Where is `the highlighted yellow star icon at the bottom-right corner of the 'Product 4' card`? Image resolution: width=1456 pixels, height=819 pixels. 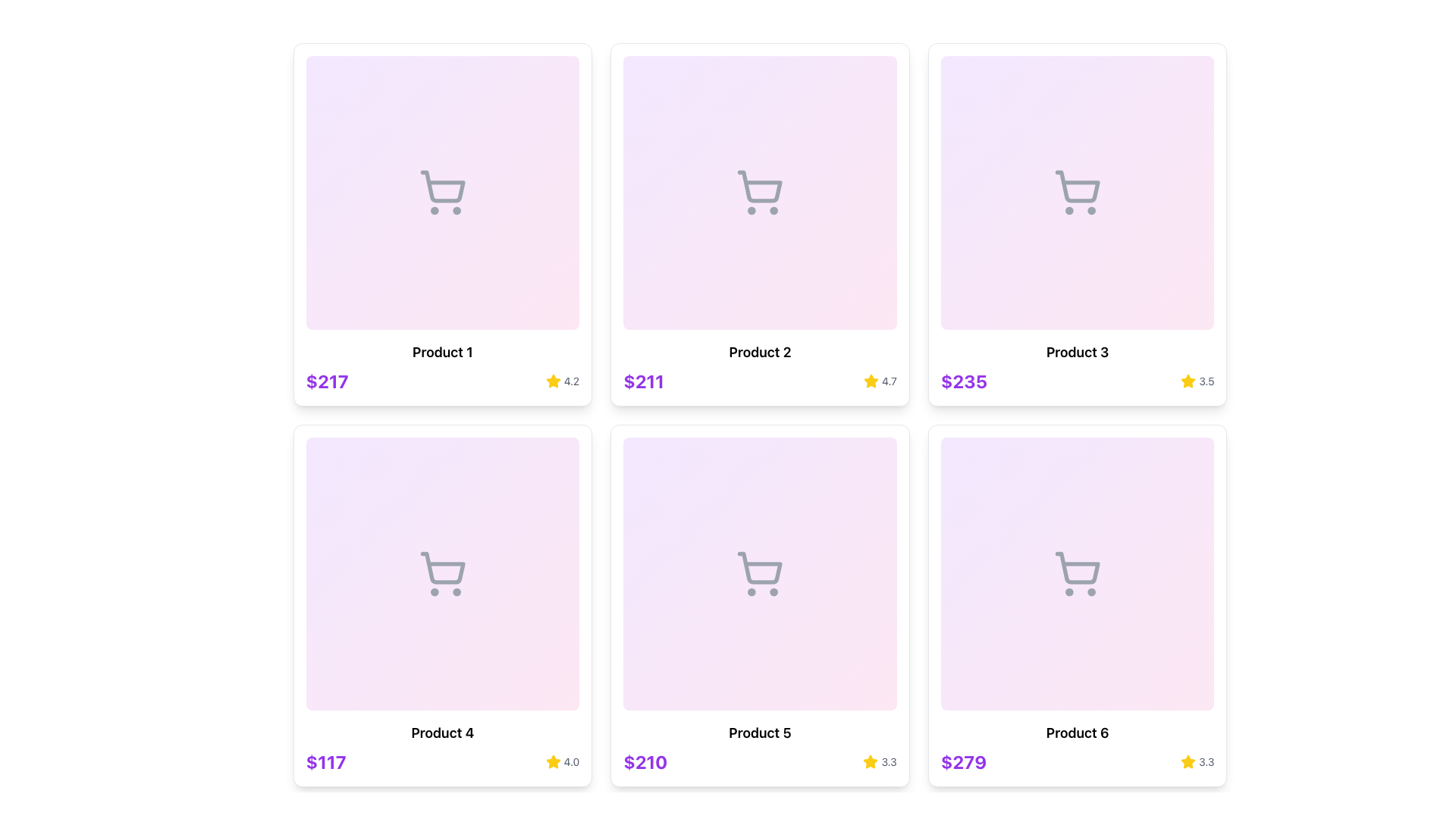 the highlighted yellow star icon at the bottom-right corner of the 'Product 4' card is located at coordinates (552, 762).